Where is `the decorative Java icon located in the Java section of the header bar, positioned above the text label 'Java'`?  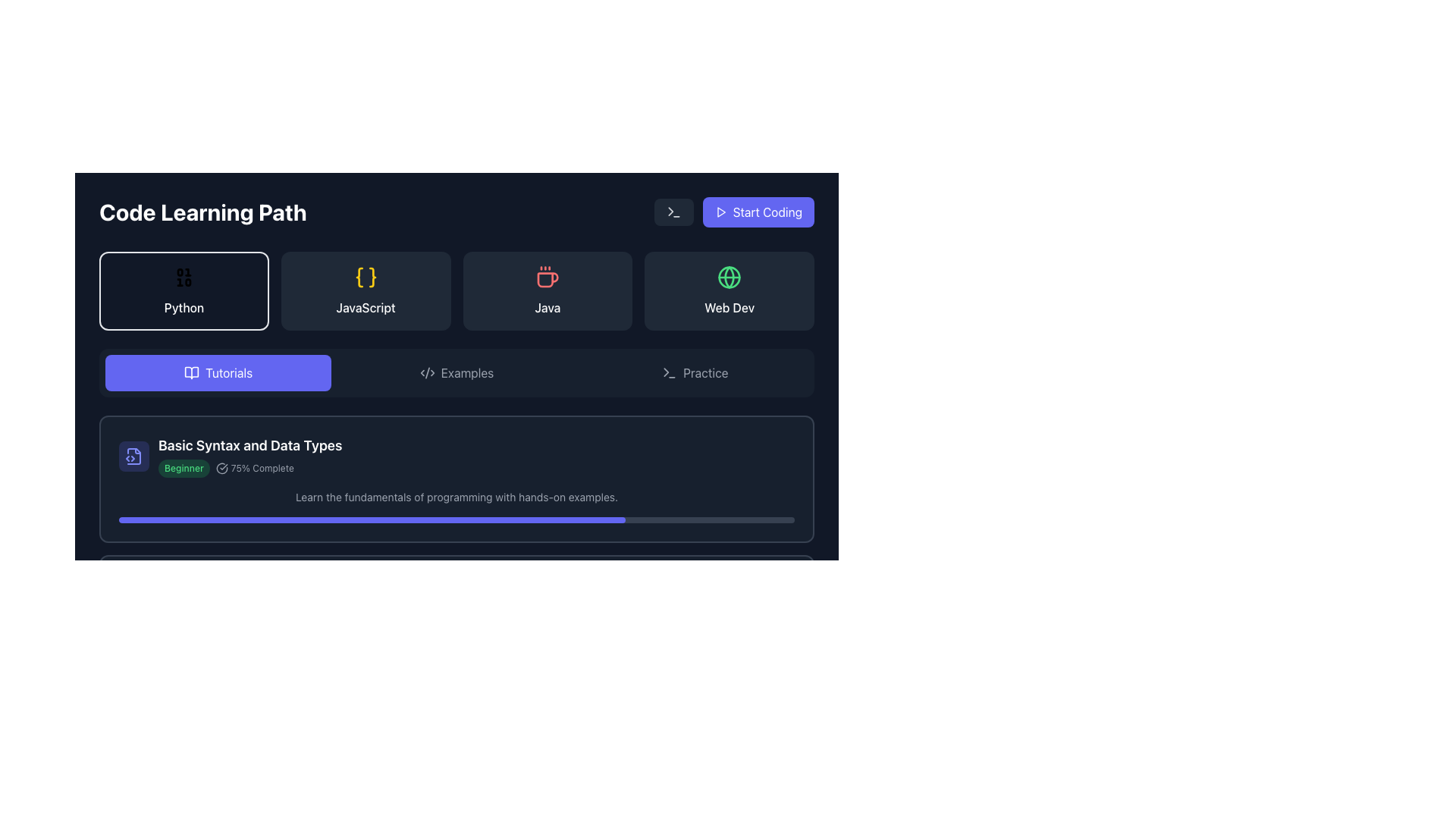
the decorative Java icon located in the Java section of the header bar, positioned above the text label 'Java' is located at coordinates (547, 278).